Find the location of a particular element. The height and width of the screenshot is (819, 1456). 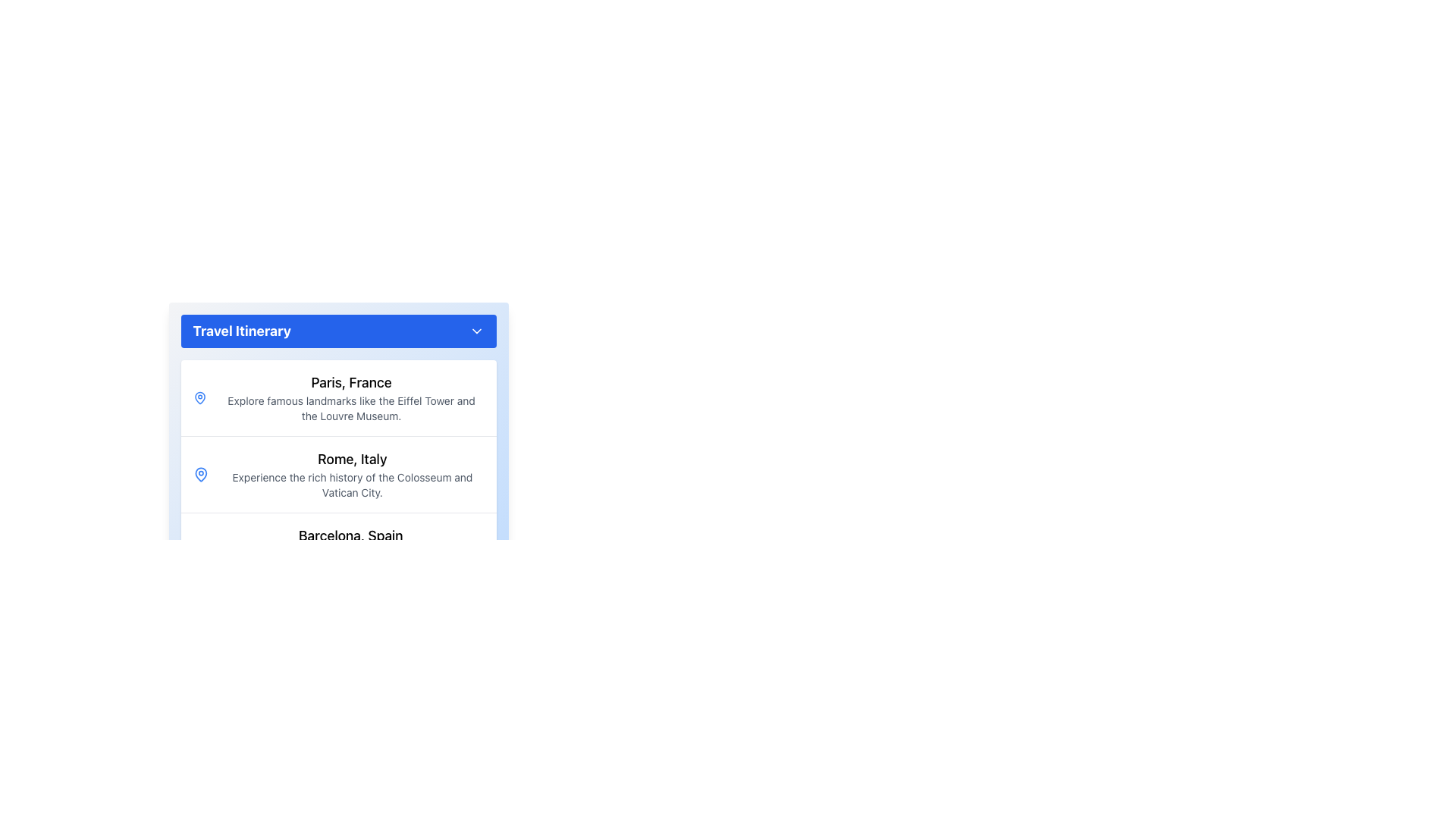

the first Information Card in the Travel Itinerary section, which provides details about a destination and is located above the Rome and Barcelona blocks is located at coordinates (337, 397).